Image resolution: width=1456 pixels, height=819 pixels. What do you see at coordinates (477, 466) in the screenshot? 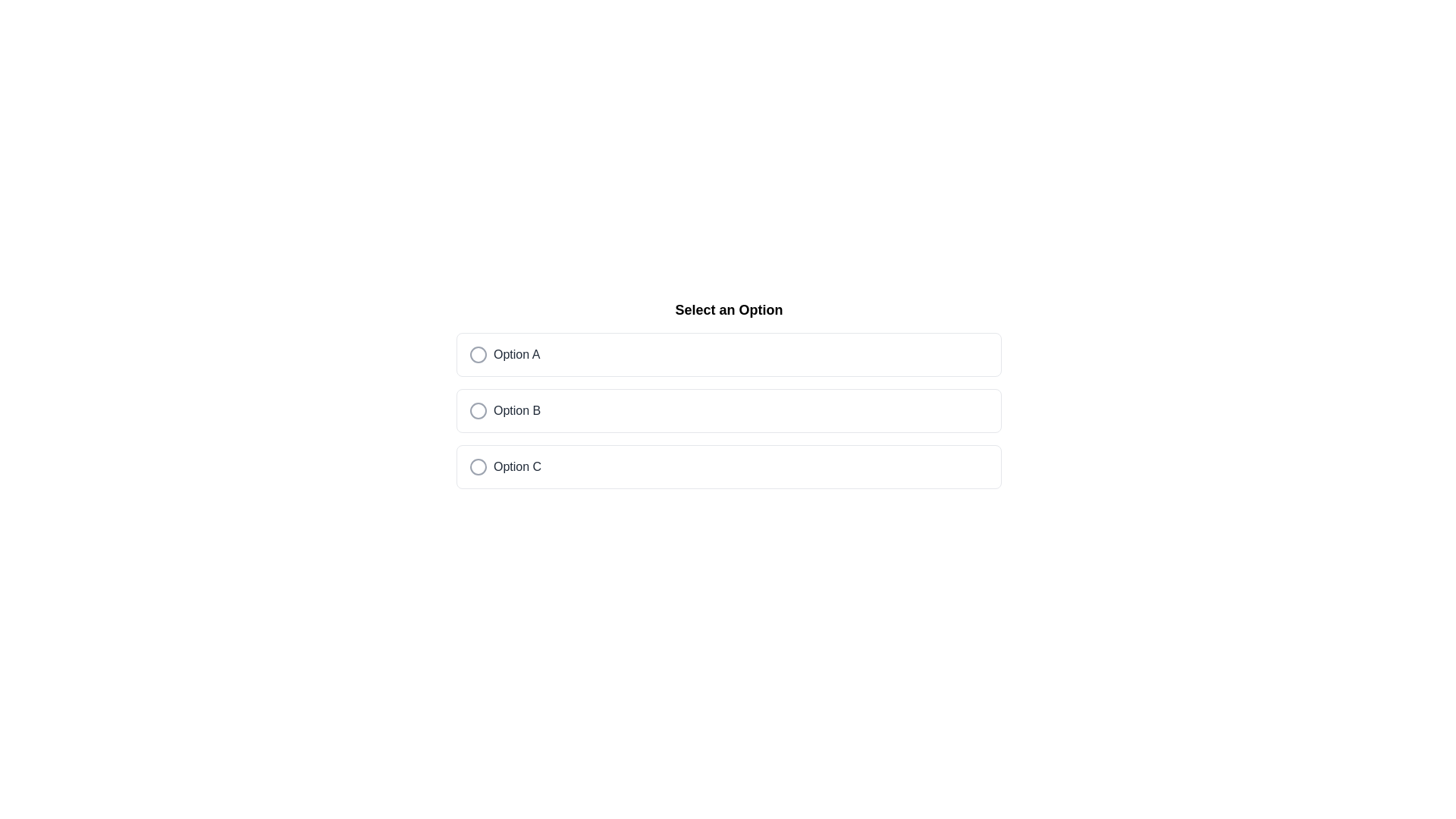
I see `the state of the inner circle (SVG element) which is part of 'Option C' in the vertical list of selectable options` at bounding box center [477, 466].